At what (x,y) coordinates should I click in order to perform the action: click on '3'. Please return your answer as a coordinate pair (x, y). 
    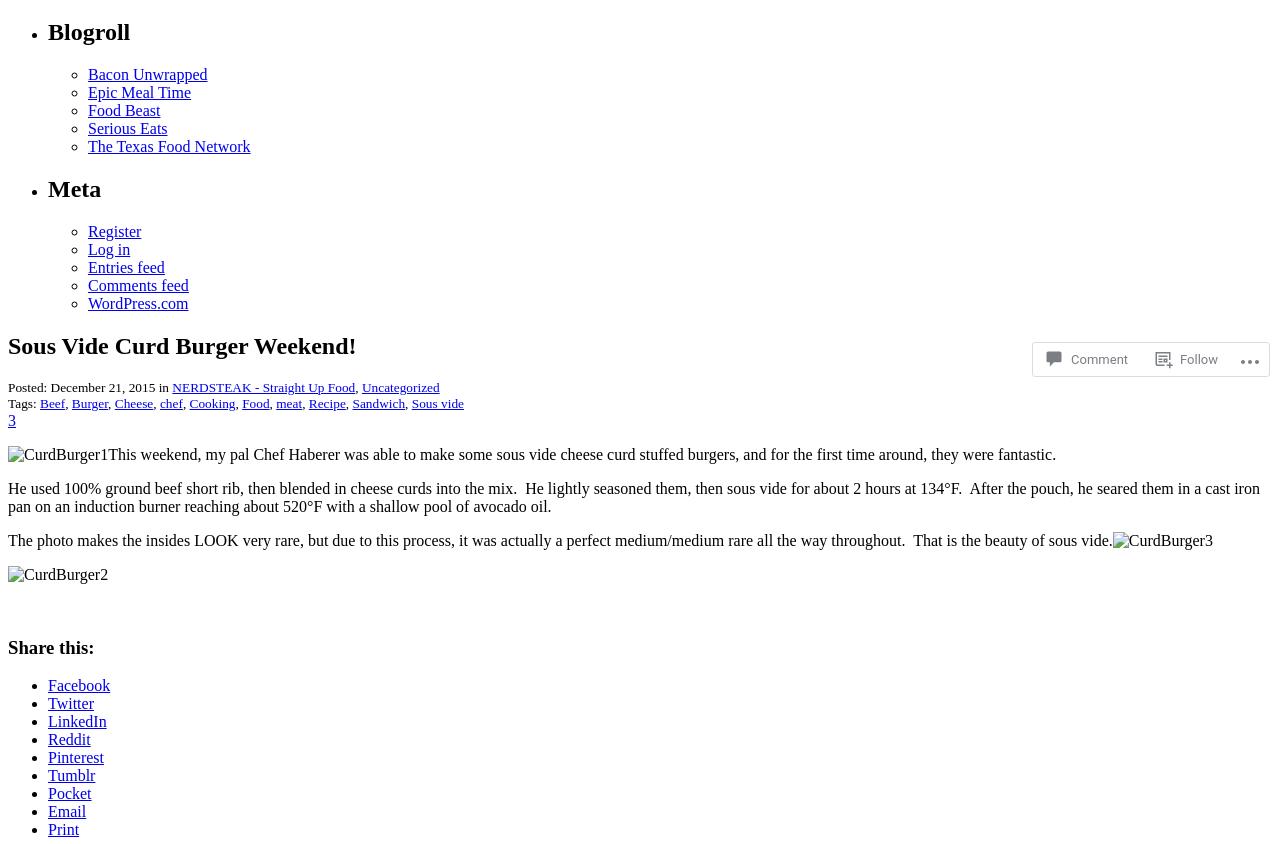
    Looking at the image, I should click on (12, 420).